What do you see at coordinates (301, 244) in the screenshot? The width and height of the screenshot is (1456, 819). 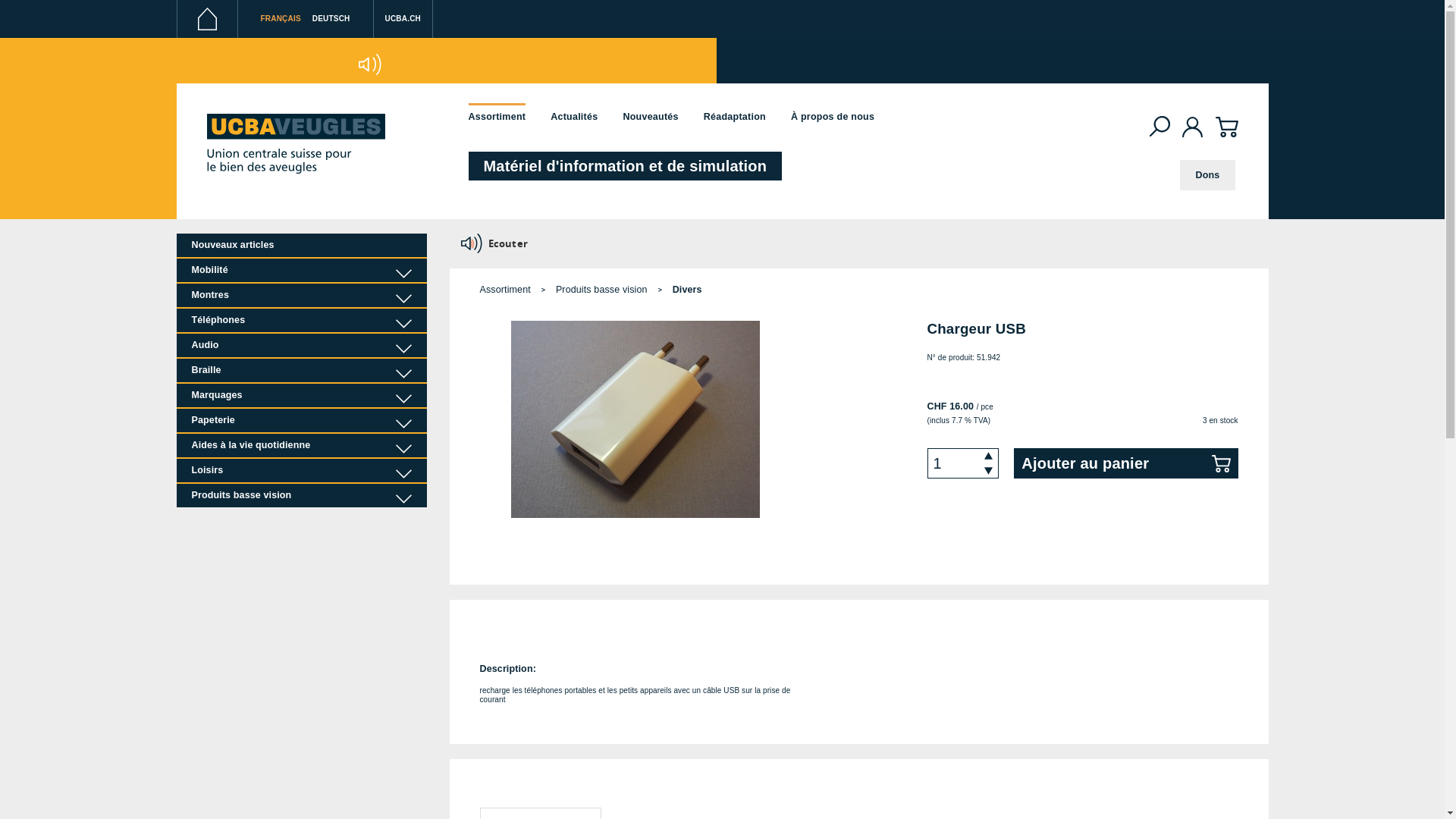 I see `'Nouveaux articles'` at bounding box center [301, 244].